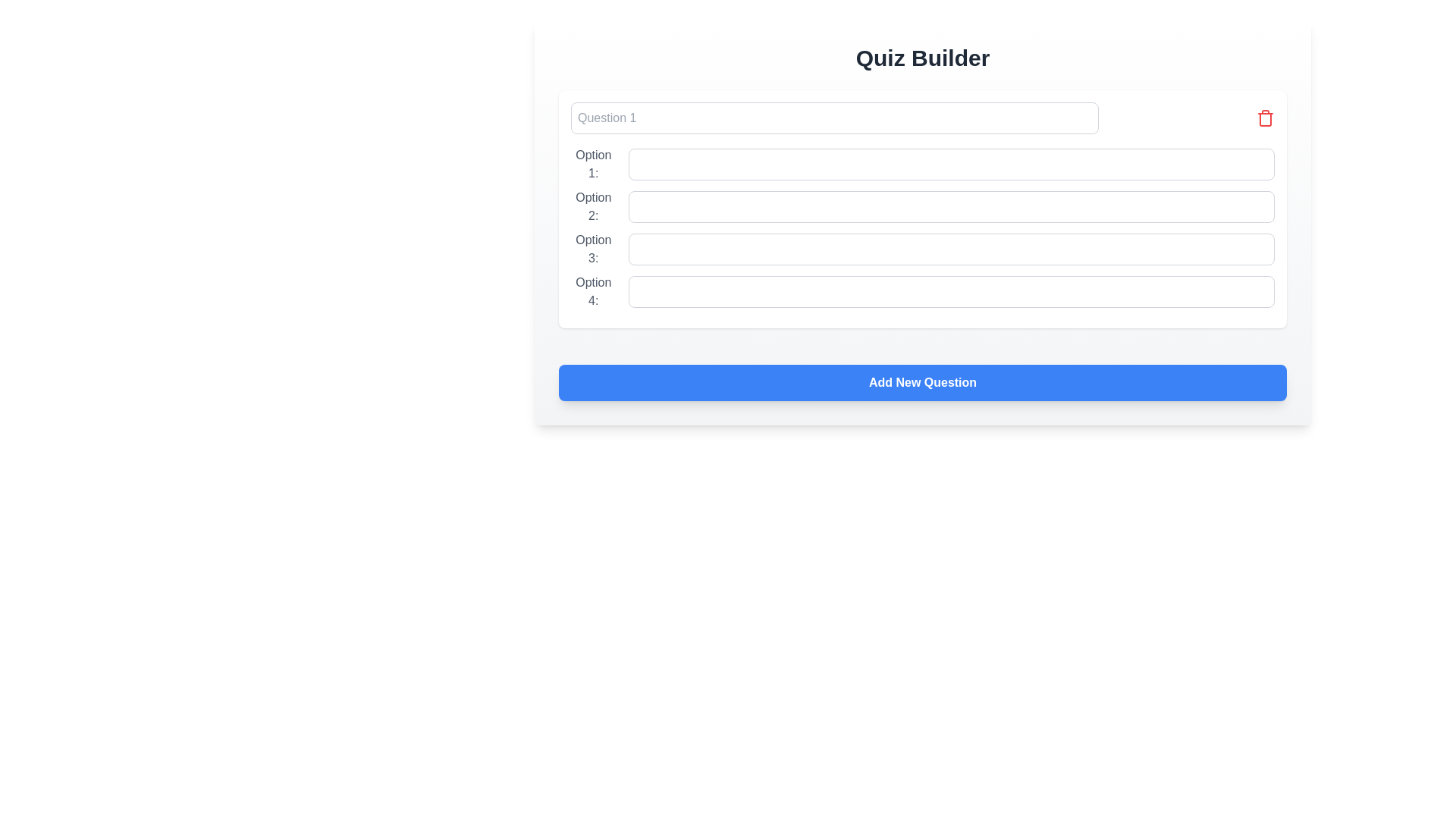 This screenshot has width=1456, height=819. Describe the element at coordinates (1266, 119) in the screenshot. I see `the trash can icon, which is part of the delete button in the quiz builder interface, located in the top-right region of the card-like component` at that location.